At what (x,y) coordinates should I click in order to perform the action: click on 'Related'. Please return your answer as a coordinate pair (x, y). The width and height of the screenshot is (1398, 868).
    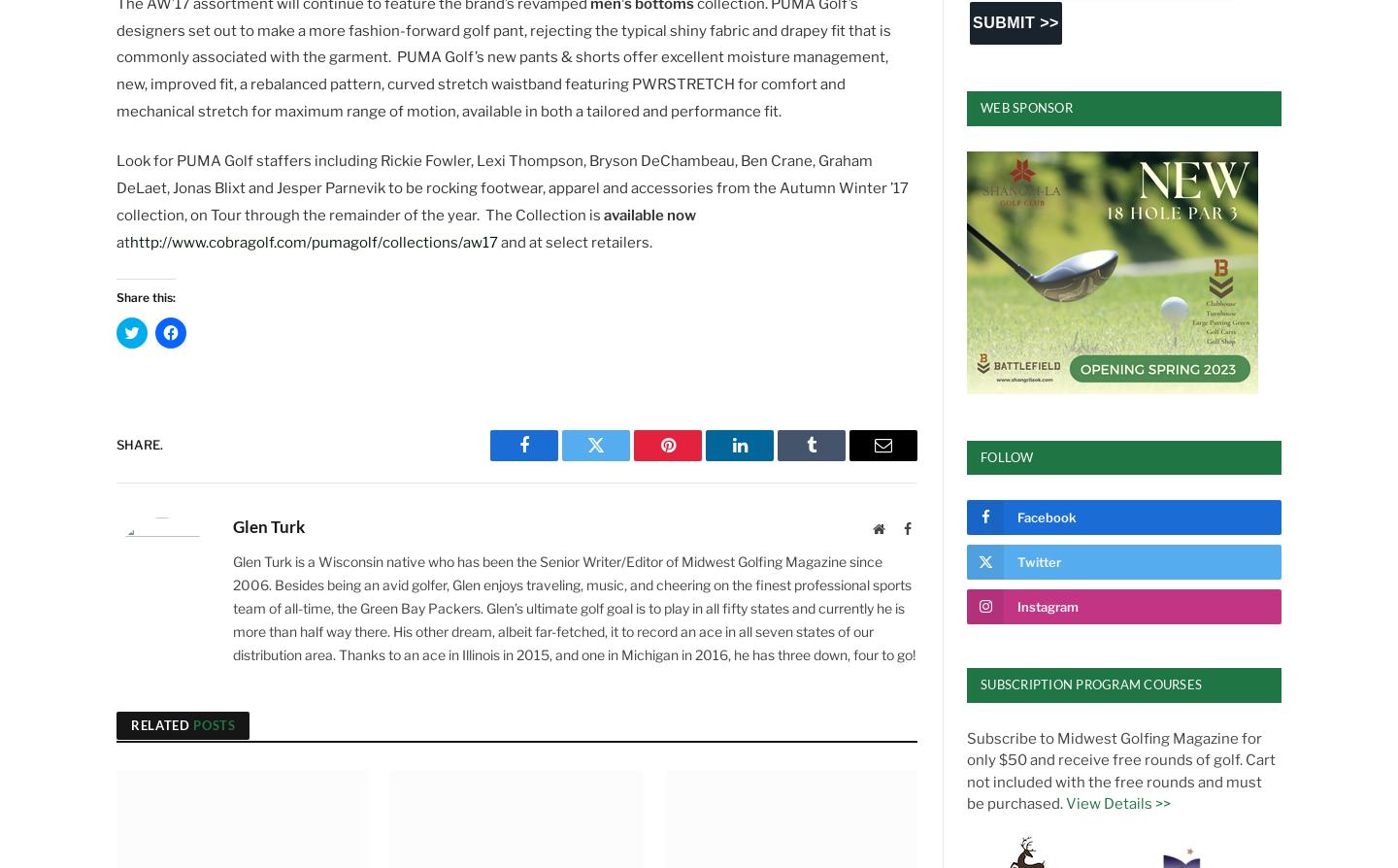
    Looking at the image, I should click on (161, 724).